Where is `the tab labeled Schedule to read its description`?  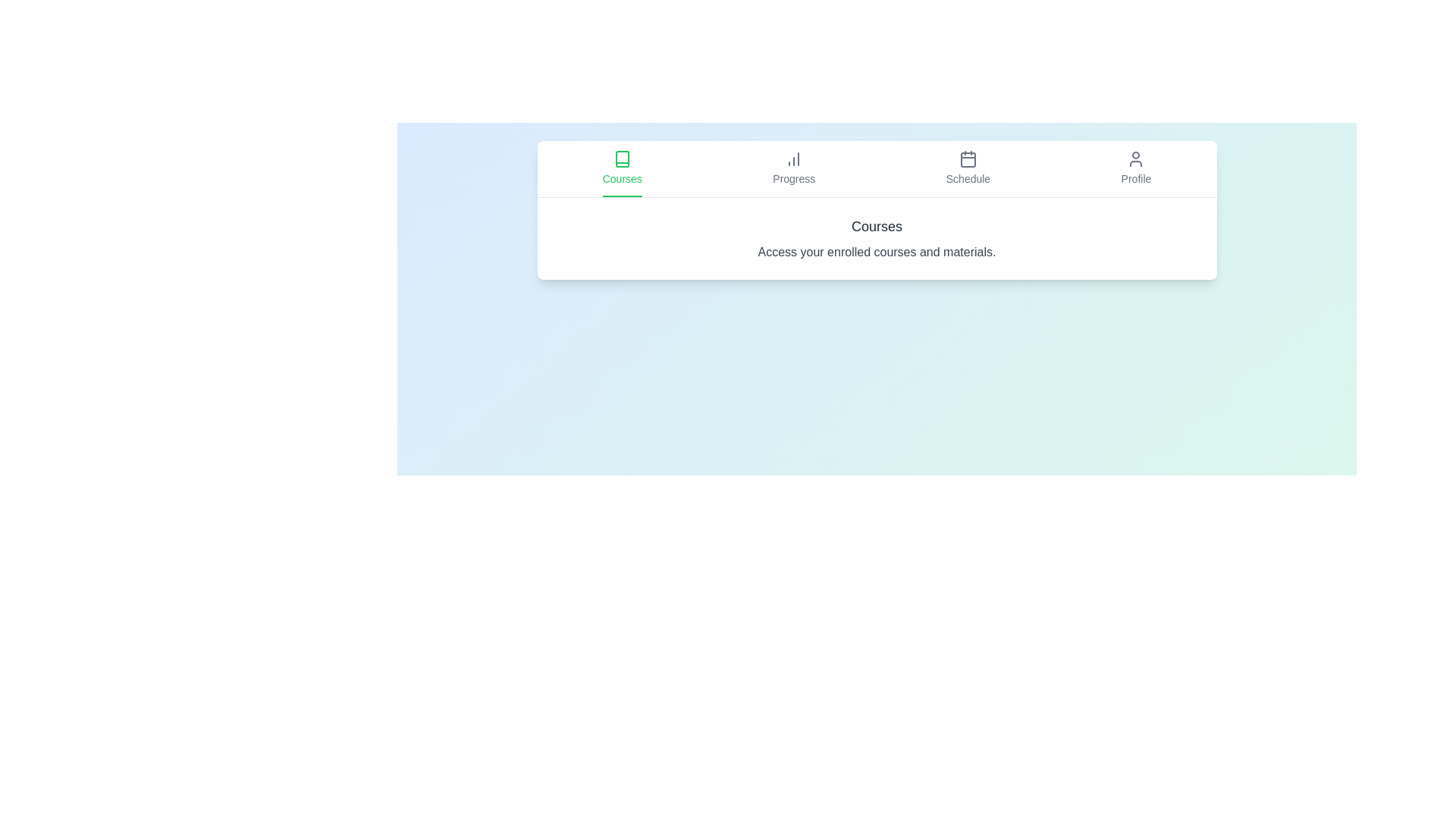 the tab labeled Schedule to read its description is located at coordinates (967, 169).